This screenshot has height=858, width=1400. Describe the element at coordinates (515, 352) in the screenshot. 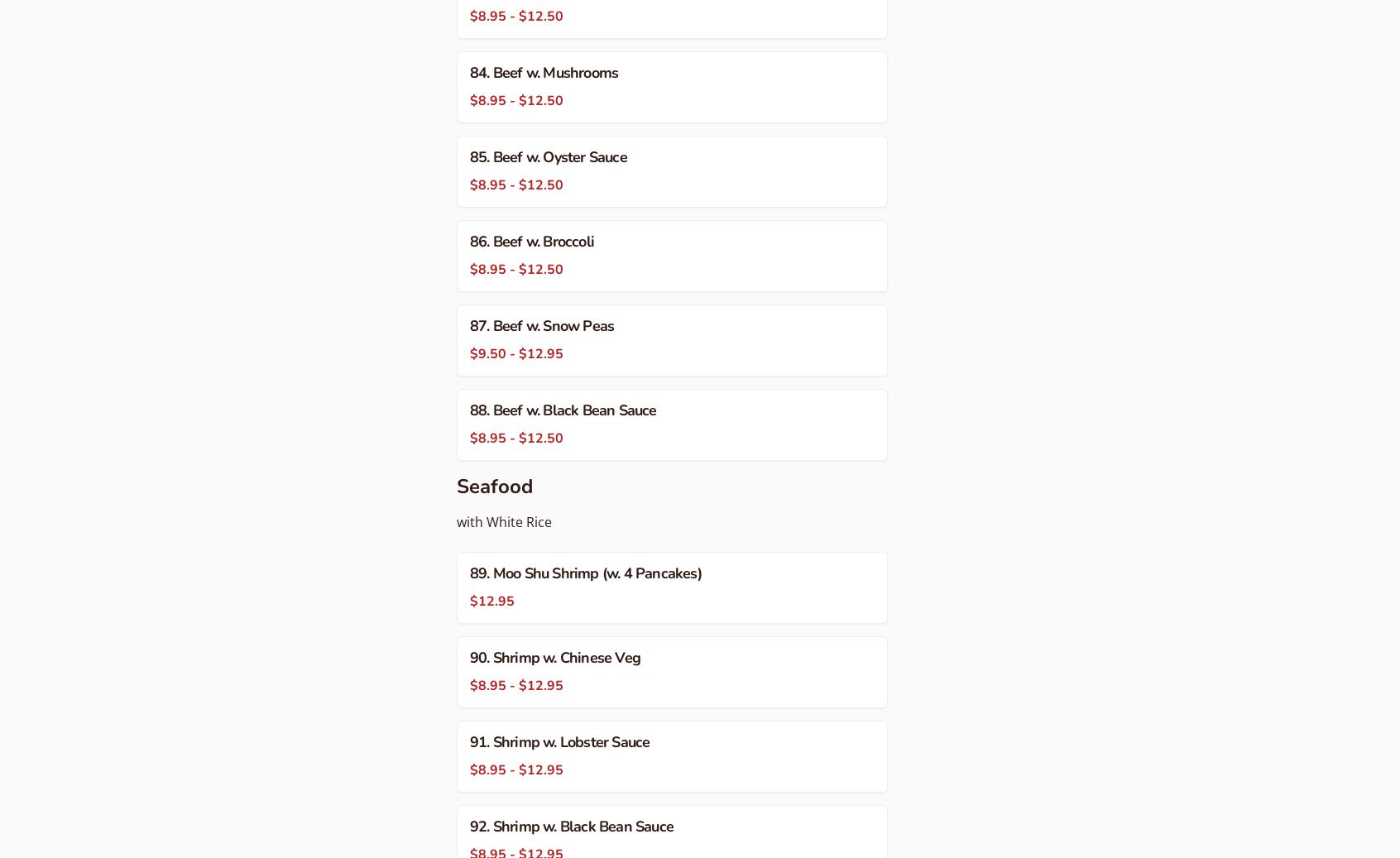

I see `'$9.50 - $12.95'` at that location.